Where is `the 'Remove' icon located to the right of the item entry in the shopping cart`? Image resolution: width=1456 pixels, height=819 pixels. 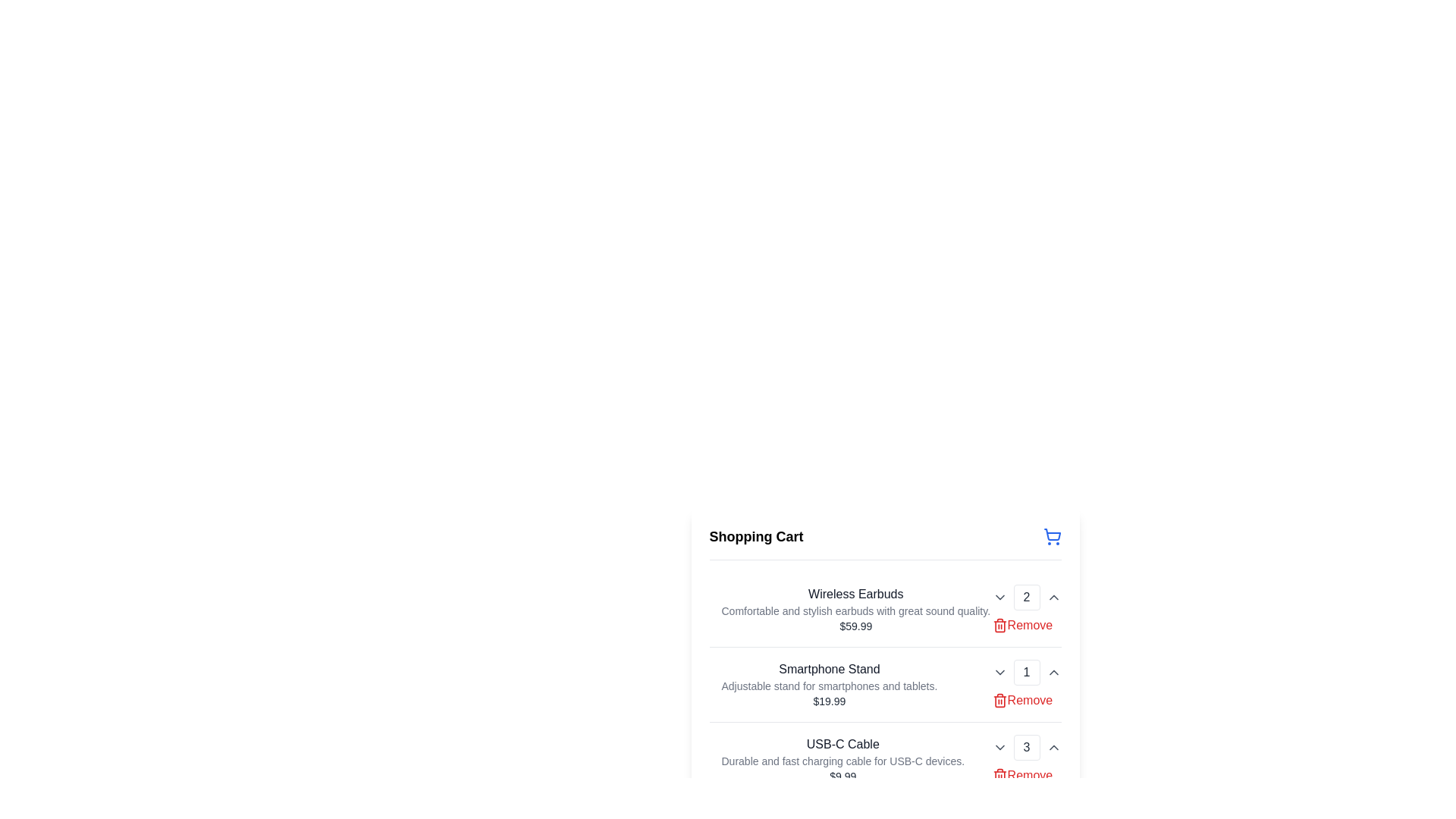
the 'Remove' icon located to the right of the item entry in the shopping cart is located at coordinates (999, 775).